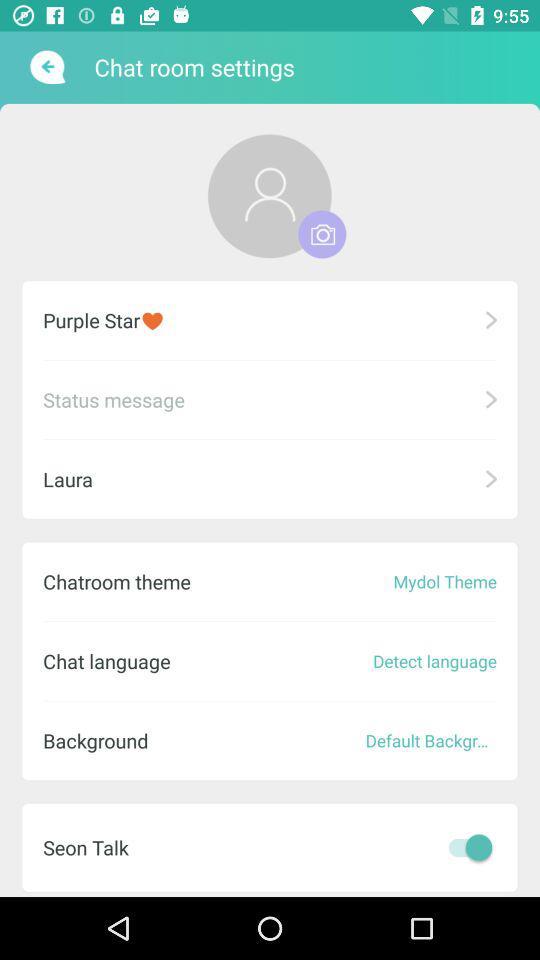 The image size is (540, 960). What do you see at coordinates (45, 67) in the screenshot?
I see `the arrow_backward icon` at bounding box center [45, 67].